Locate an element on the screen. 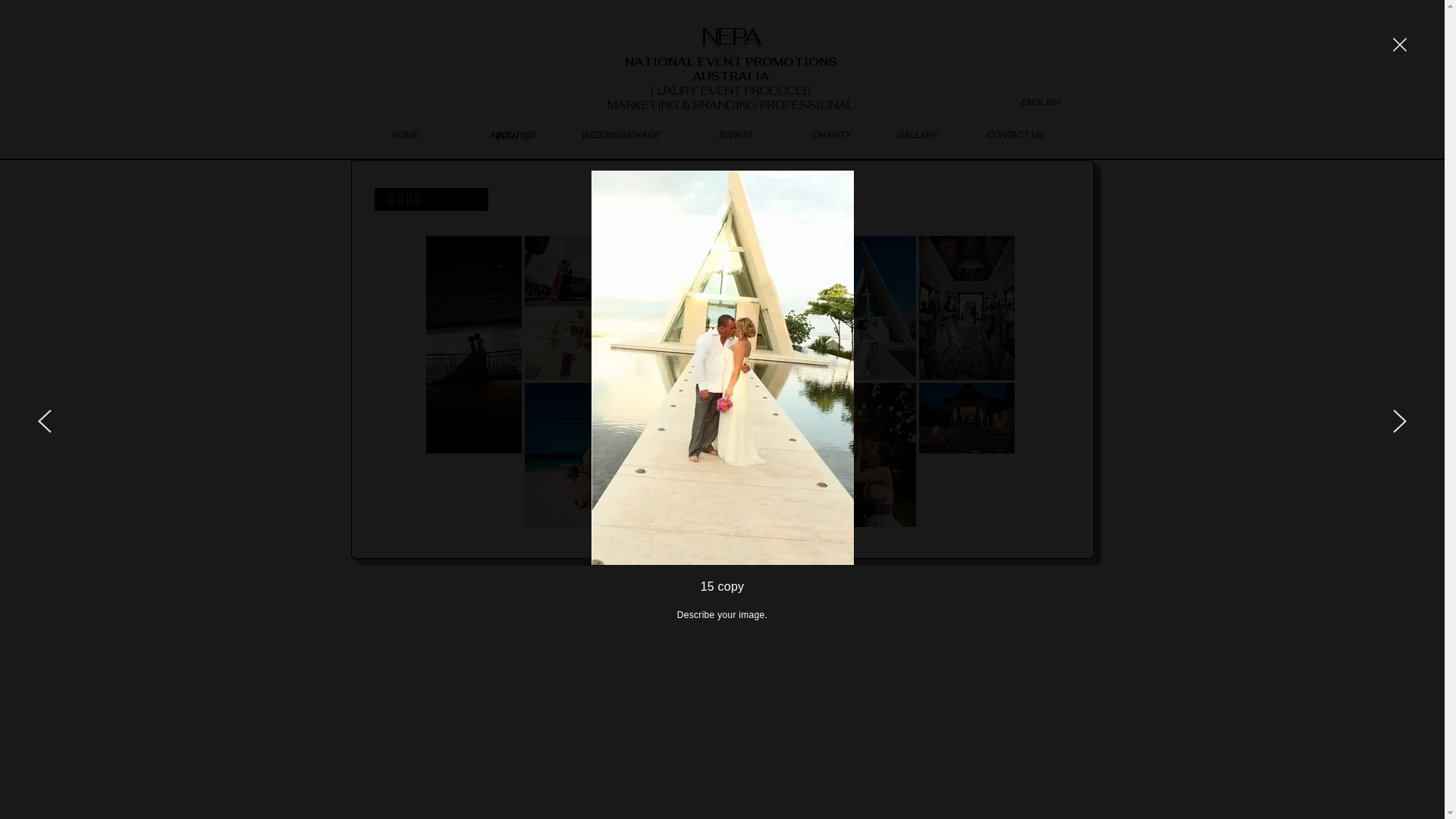  'ABOUT US' is located at coordinates (512, 133).